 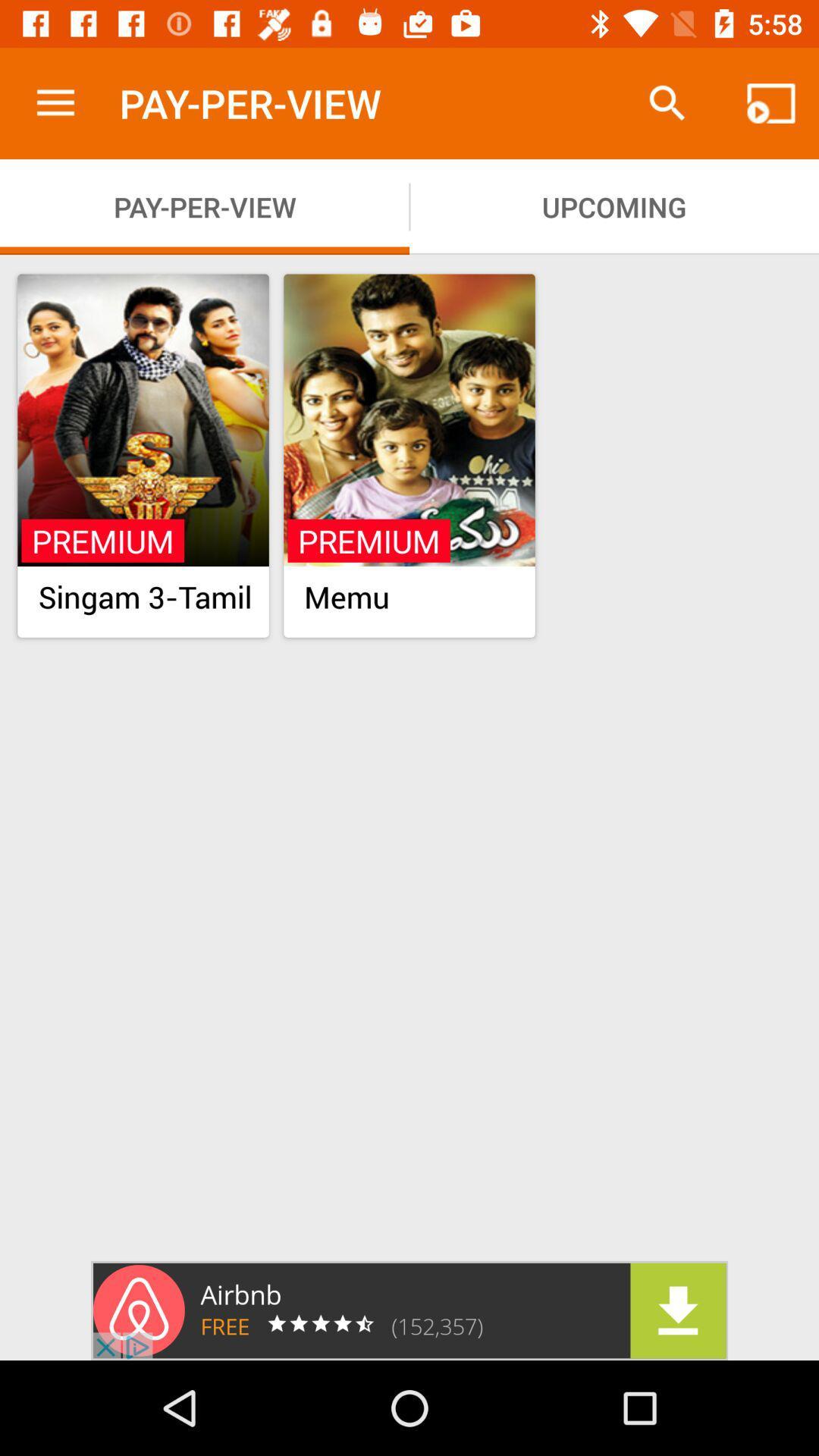 What do you see at coordinates (409, 1310) in the screenshot?
I see `sponsored content` at bounding box center [409, 1310].